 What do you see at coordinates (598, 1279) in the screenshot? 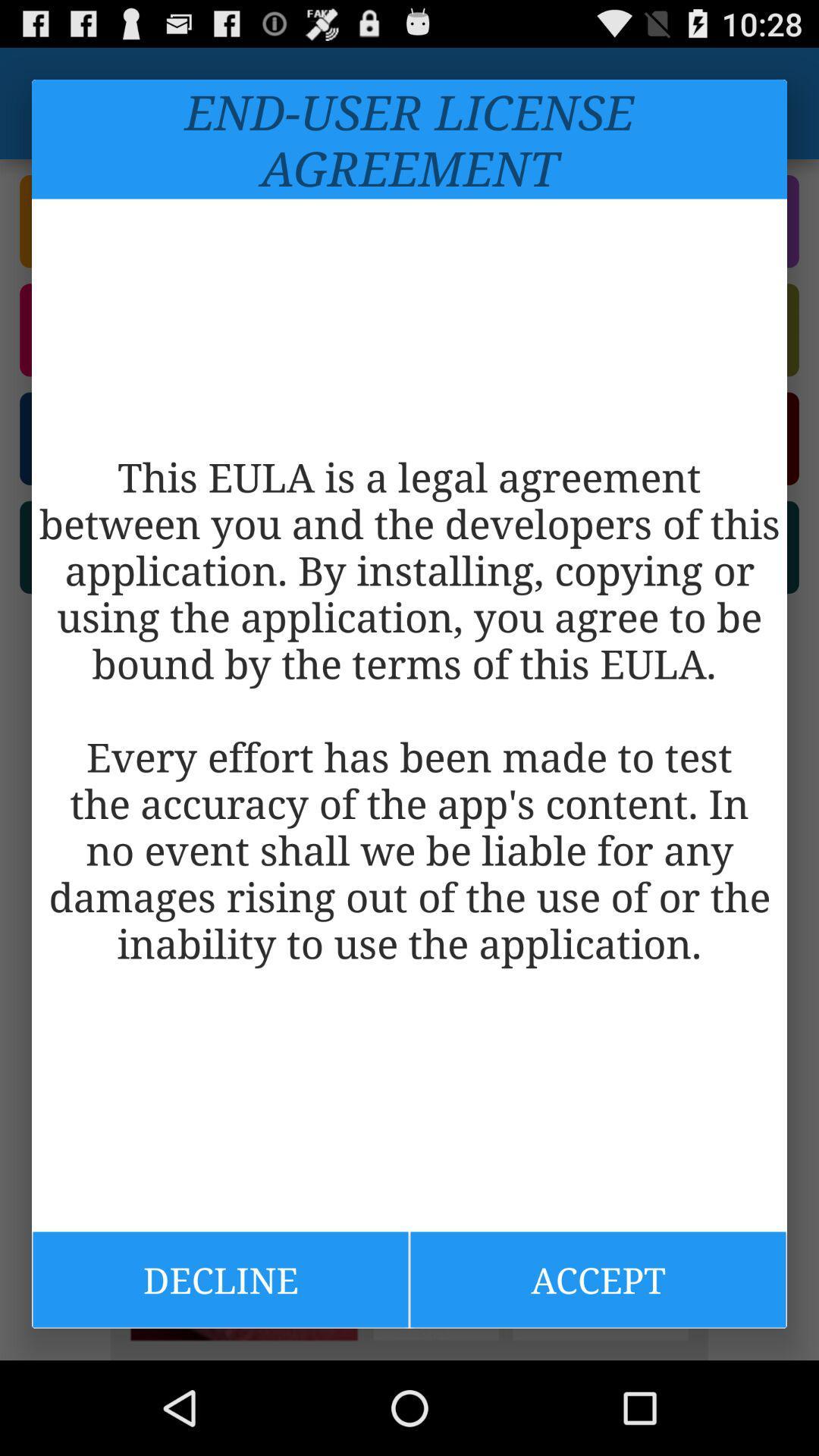
I see `icon at the bottom right corner` at bounding box center [598, 1279].